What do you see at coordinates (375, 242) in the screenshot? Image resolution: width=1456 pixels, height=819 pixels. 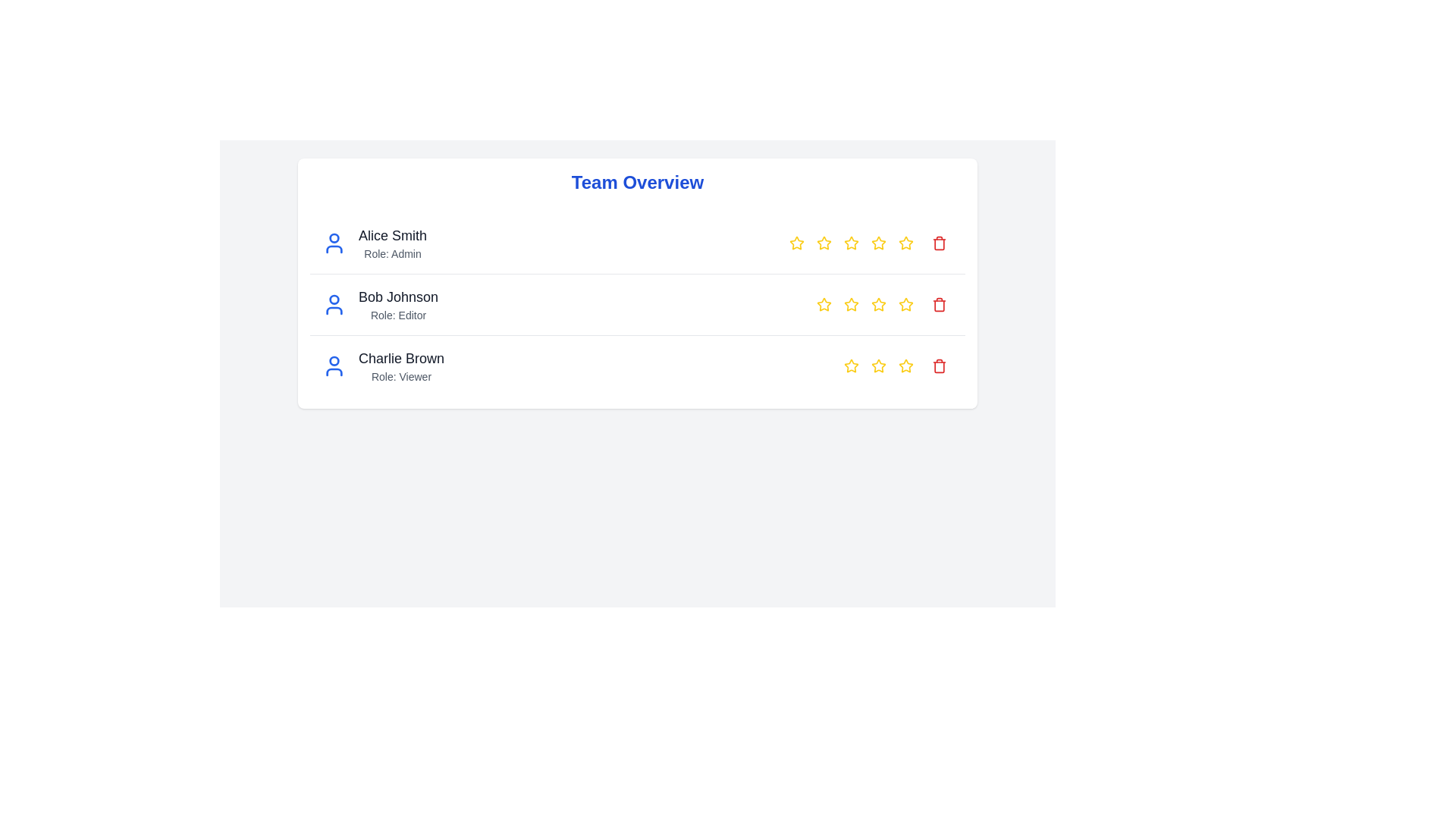 I see `the informational list entry displaying user information, which includes a user icon, name, and role, located in the first row of a light-gray card layout` at bounding box center [375, 242].